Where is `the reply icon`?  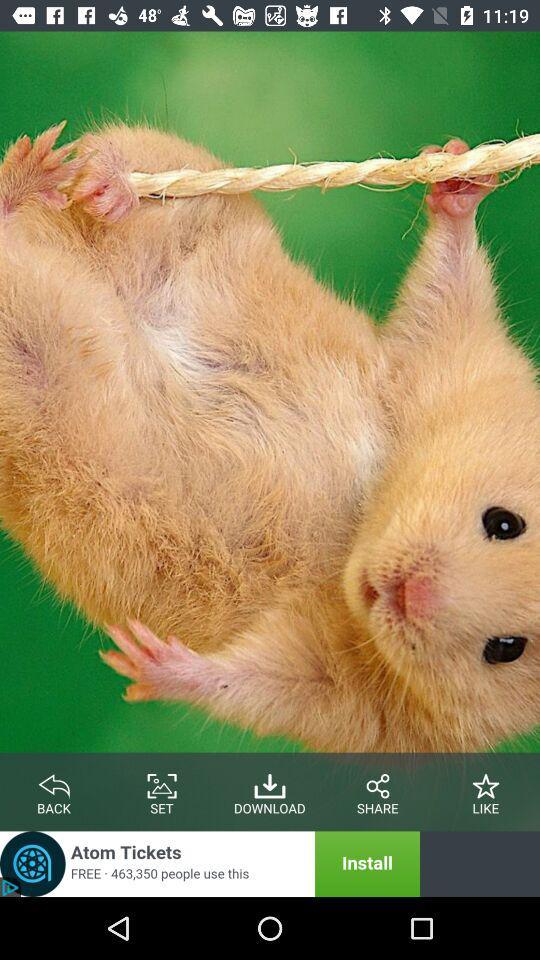 the reply icon is located at coordinates (54, 782).